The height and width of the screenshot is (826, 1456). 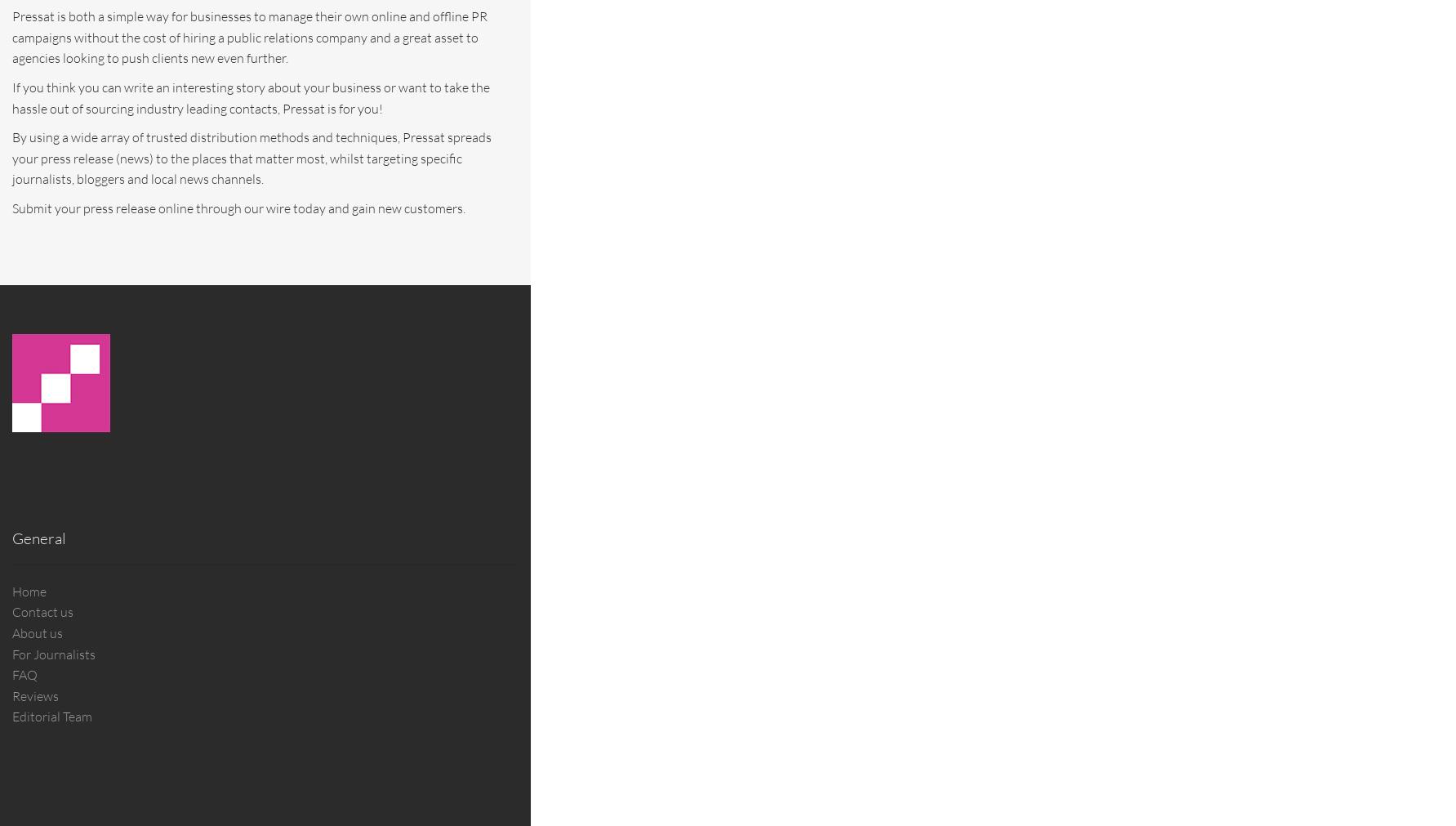 I want to click on 'Pressat is both a simple way for businesses to manage their own online and offline PR campaigns without the cost of hiring a public relations company and a great asset to agencies looking to push clients new even further.', so click(x=248, y=36).